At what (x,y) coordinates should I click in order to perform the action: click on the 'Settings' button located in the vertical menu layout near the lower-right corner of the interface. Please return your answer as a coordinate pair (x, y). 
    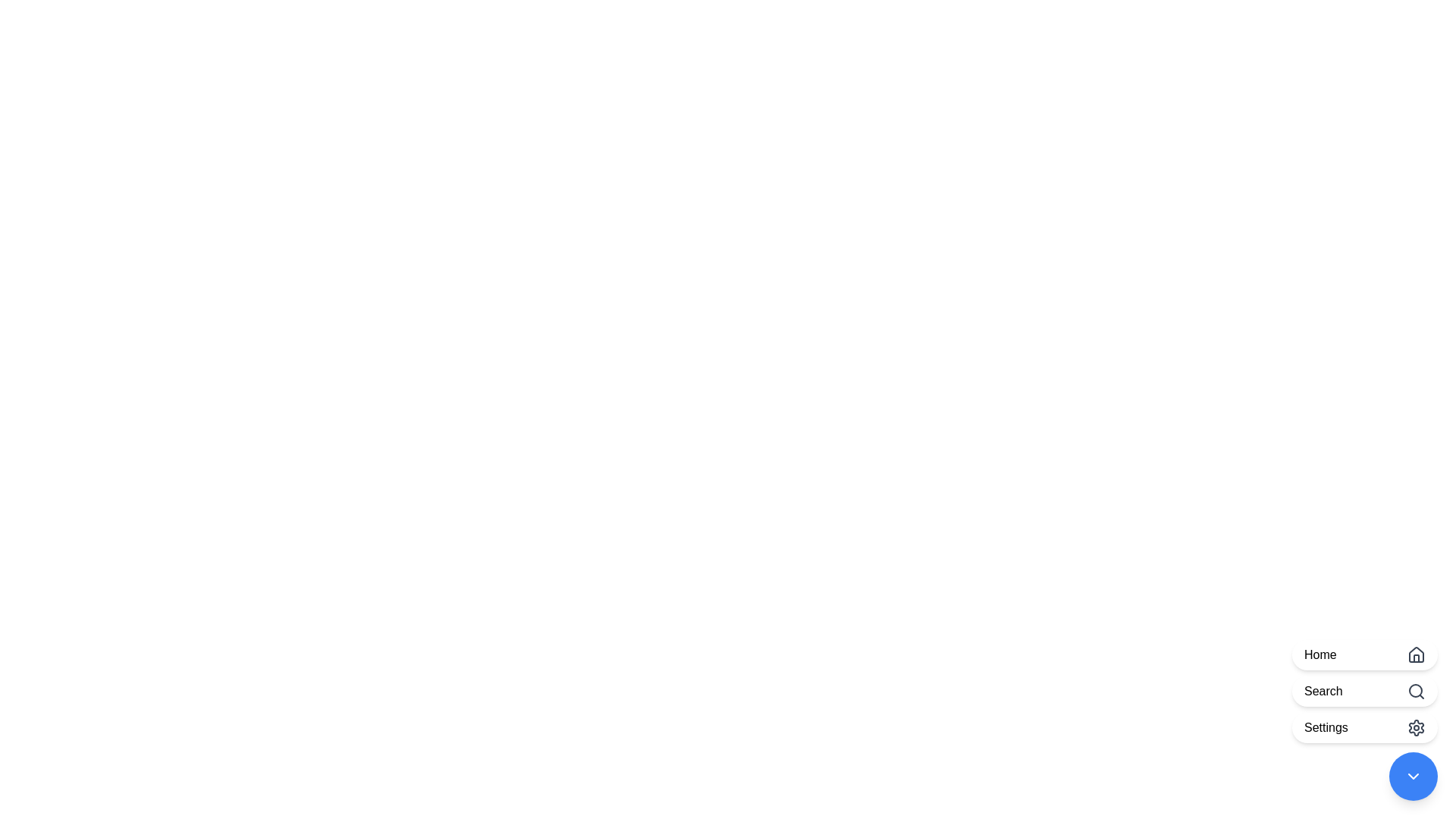
    Looking at the image, I should click on (1325, 727).